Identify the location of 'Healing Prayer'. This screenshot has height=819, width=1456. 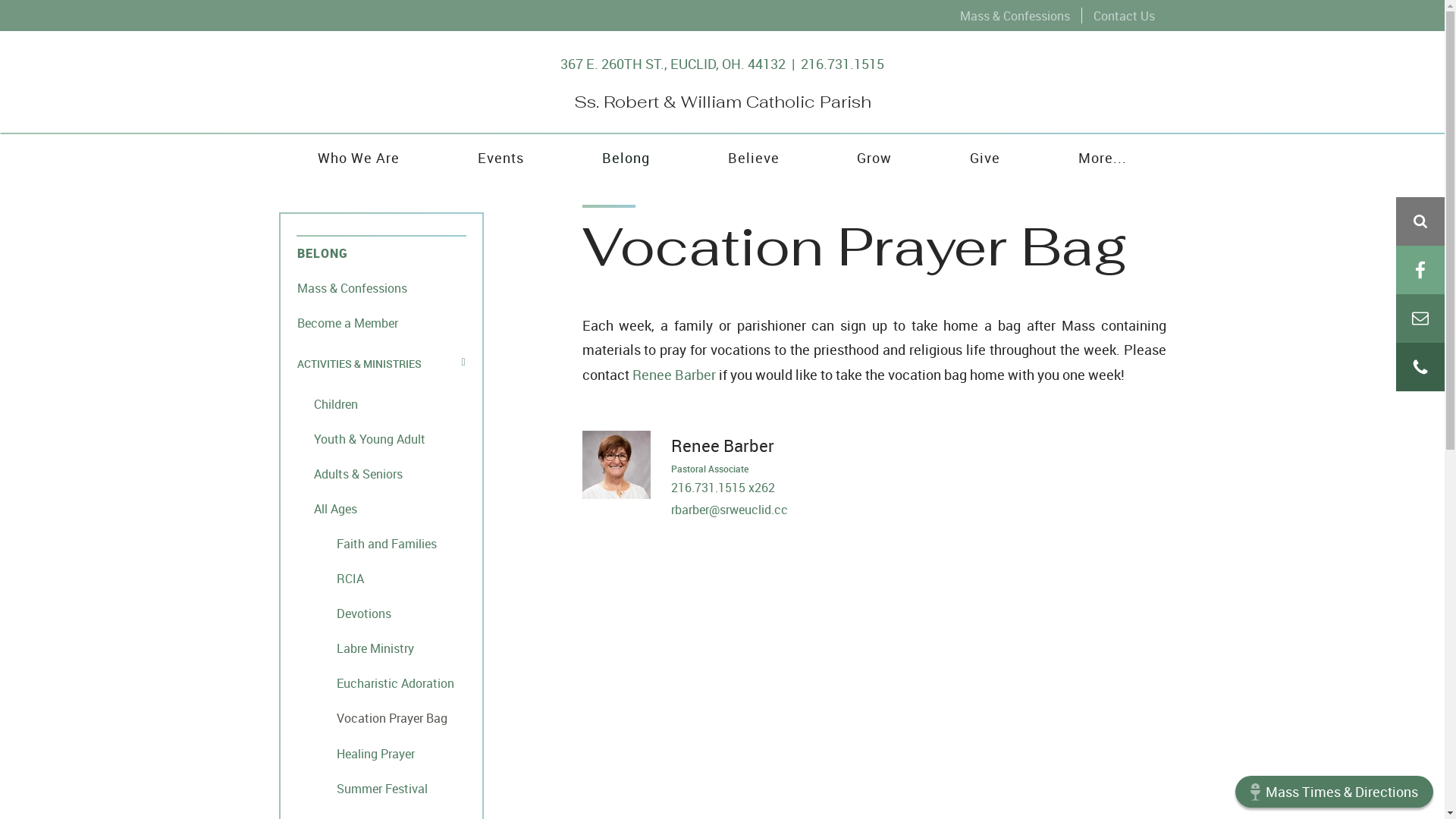
(381, 752).